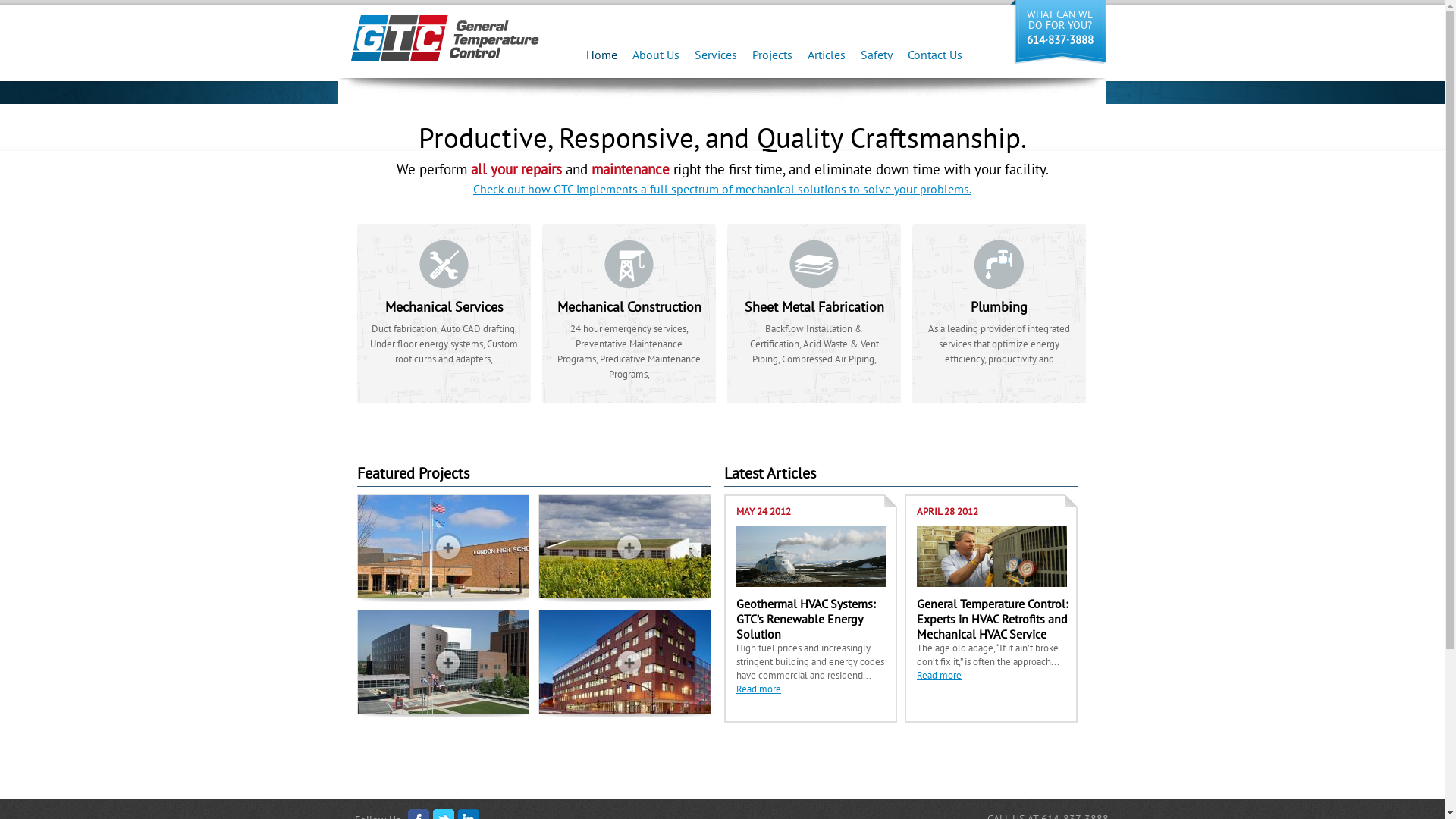 This screenshot has height=819, width=1456. I want to click on 'About Us', so click(655, 54).